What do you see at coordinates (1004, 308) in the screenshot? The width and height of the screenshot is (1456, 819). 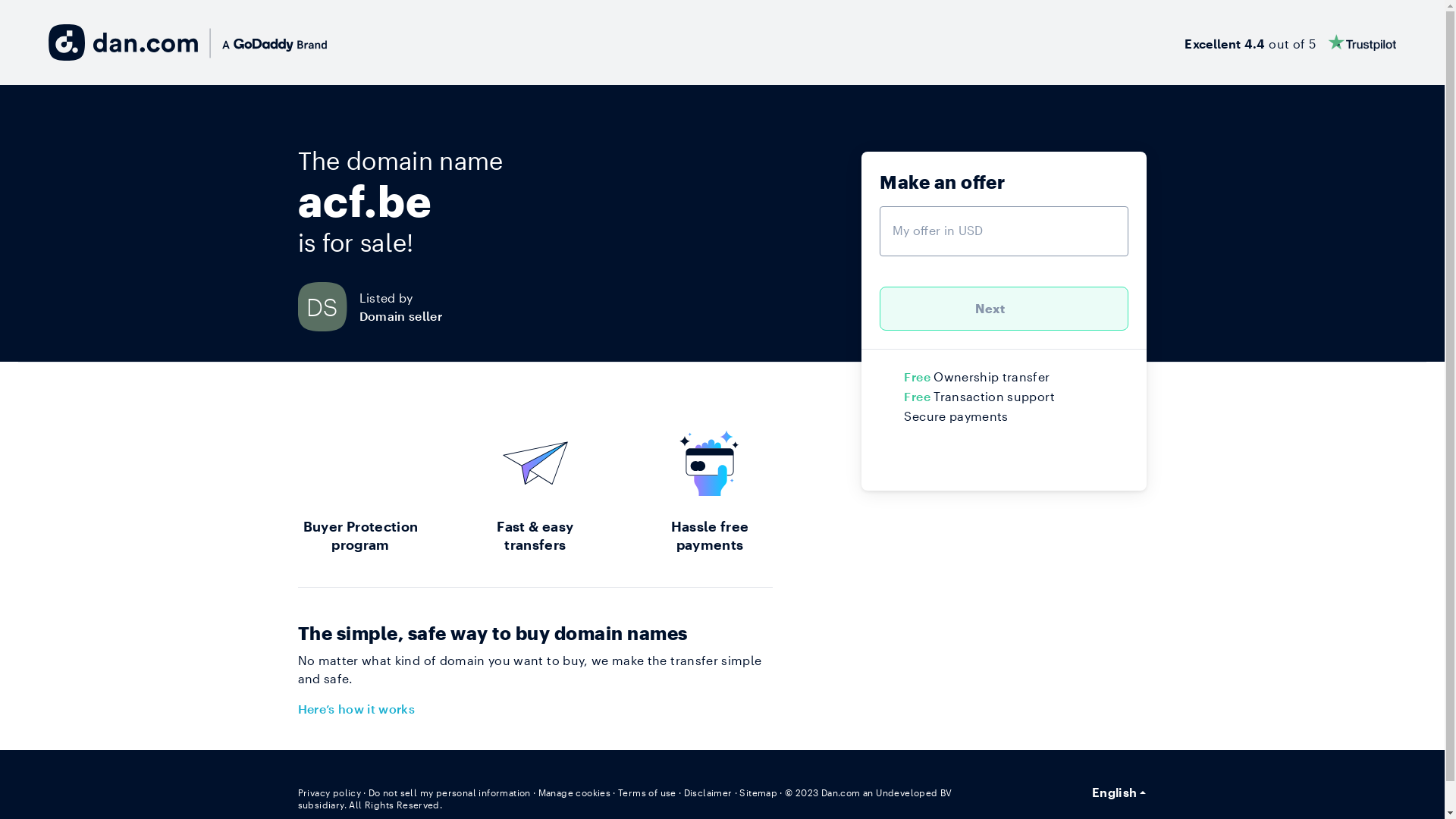 I see `'Next` at bounding box center [1004, 308].